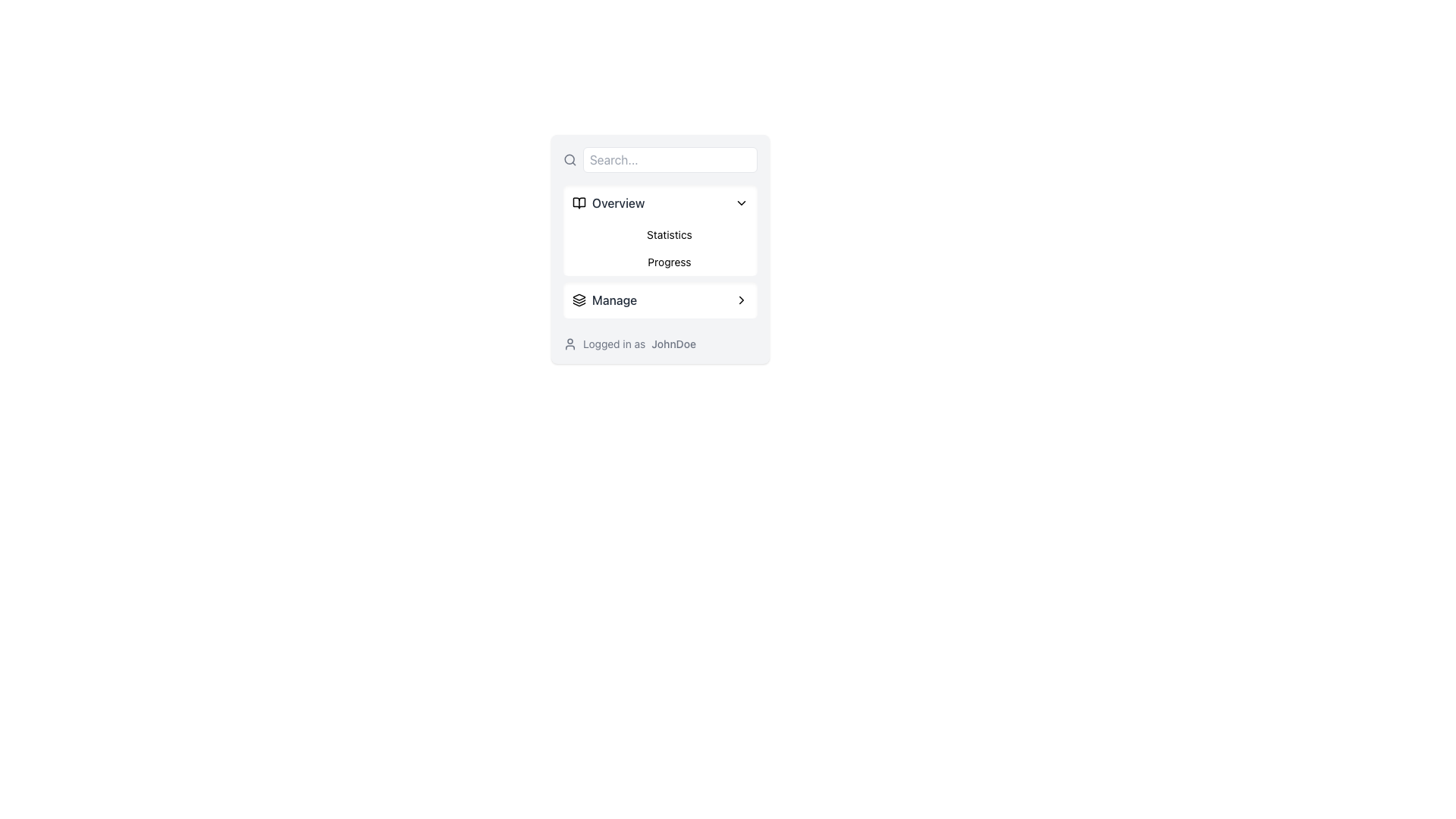 This screenshot has height=819, width=1456. I want to click on the rightward-facing chevron icon located at the far right of the 'Manage' row in the vertical navigation panel, so click(742, 300).